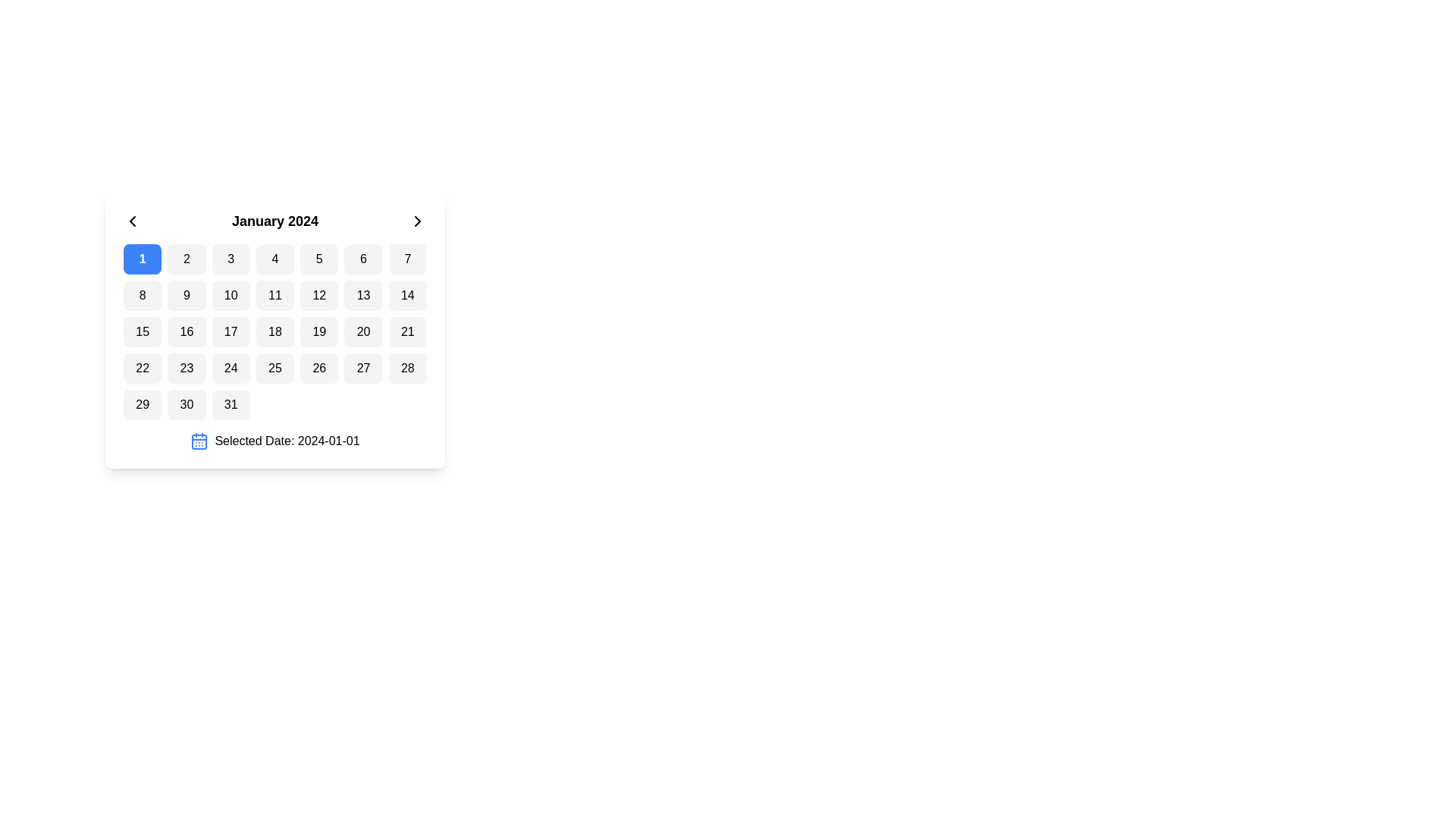 The width and height of the screenshot is (1456, 819). I want to click on the calendar date button representing the 25th day of the month in the date-picker interface, so click(275, 369).